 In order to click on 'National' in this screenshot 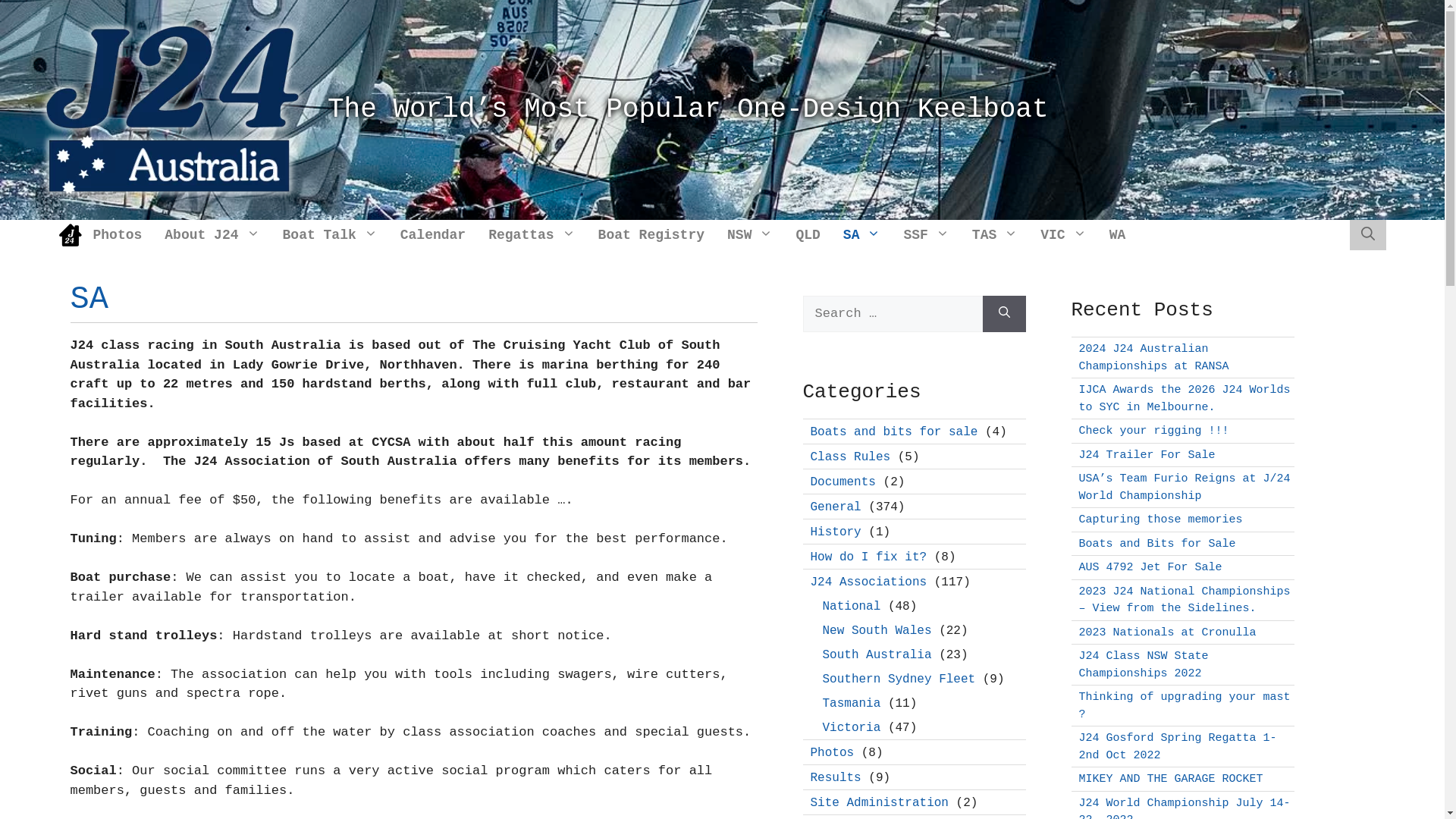, I will do `click(851, 604)`.